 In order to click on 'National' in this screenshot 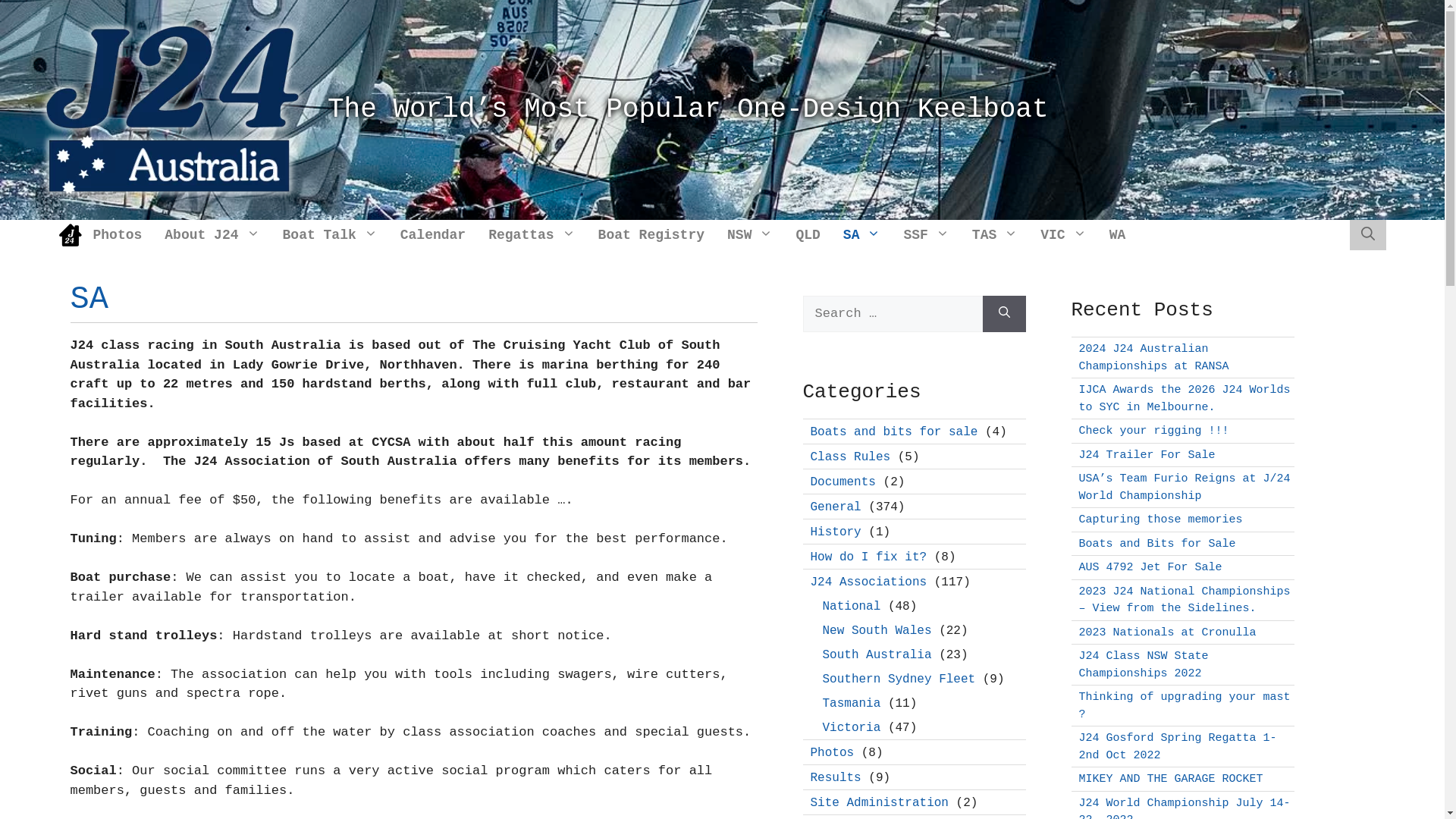, I will do `click(851, 604)`.